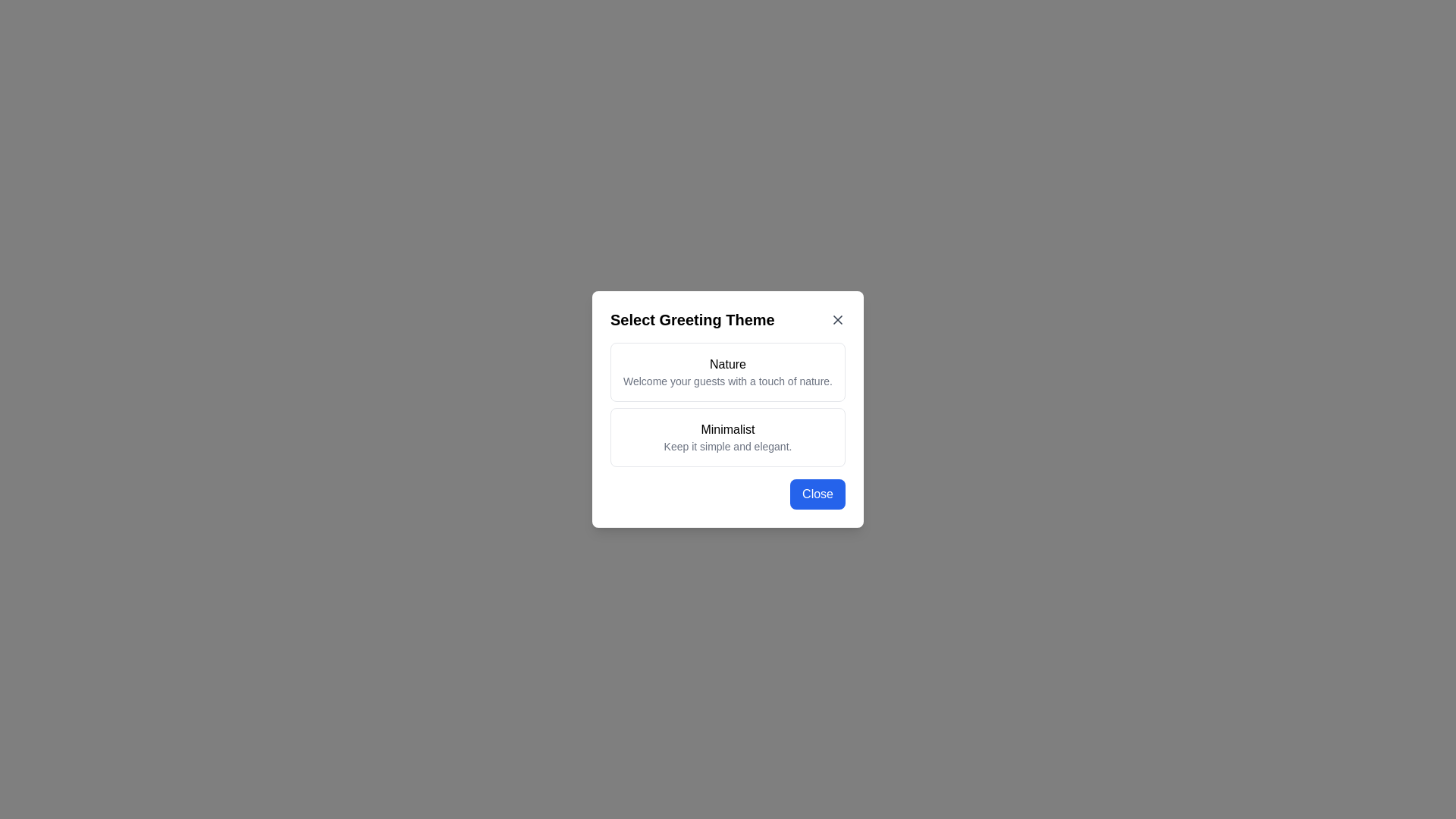 This screenshot has height=819, width=1456. Describe the element at coordinates (728, 438) in the screenshot. I see `the 'Minimalist' selectable card, which is the second option in a vertically stacked layout of two similar elements` at that location.